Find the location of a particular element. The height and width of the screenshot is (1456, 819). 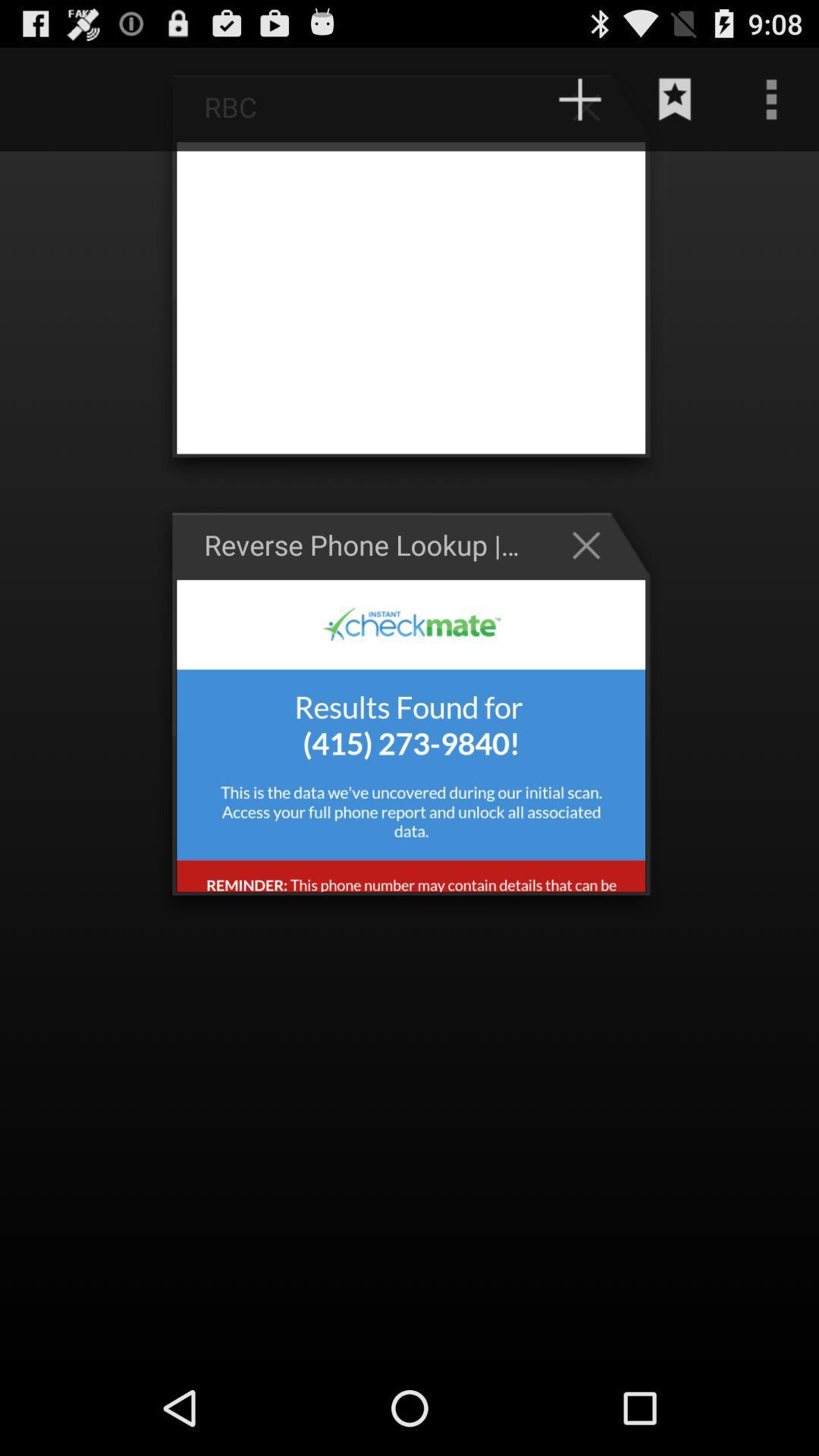

the bookmark icon is located at coordinates (675, 105).